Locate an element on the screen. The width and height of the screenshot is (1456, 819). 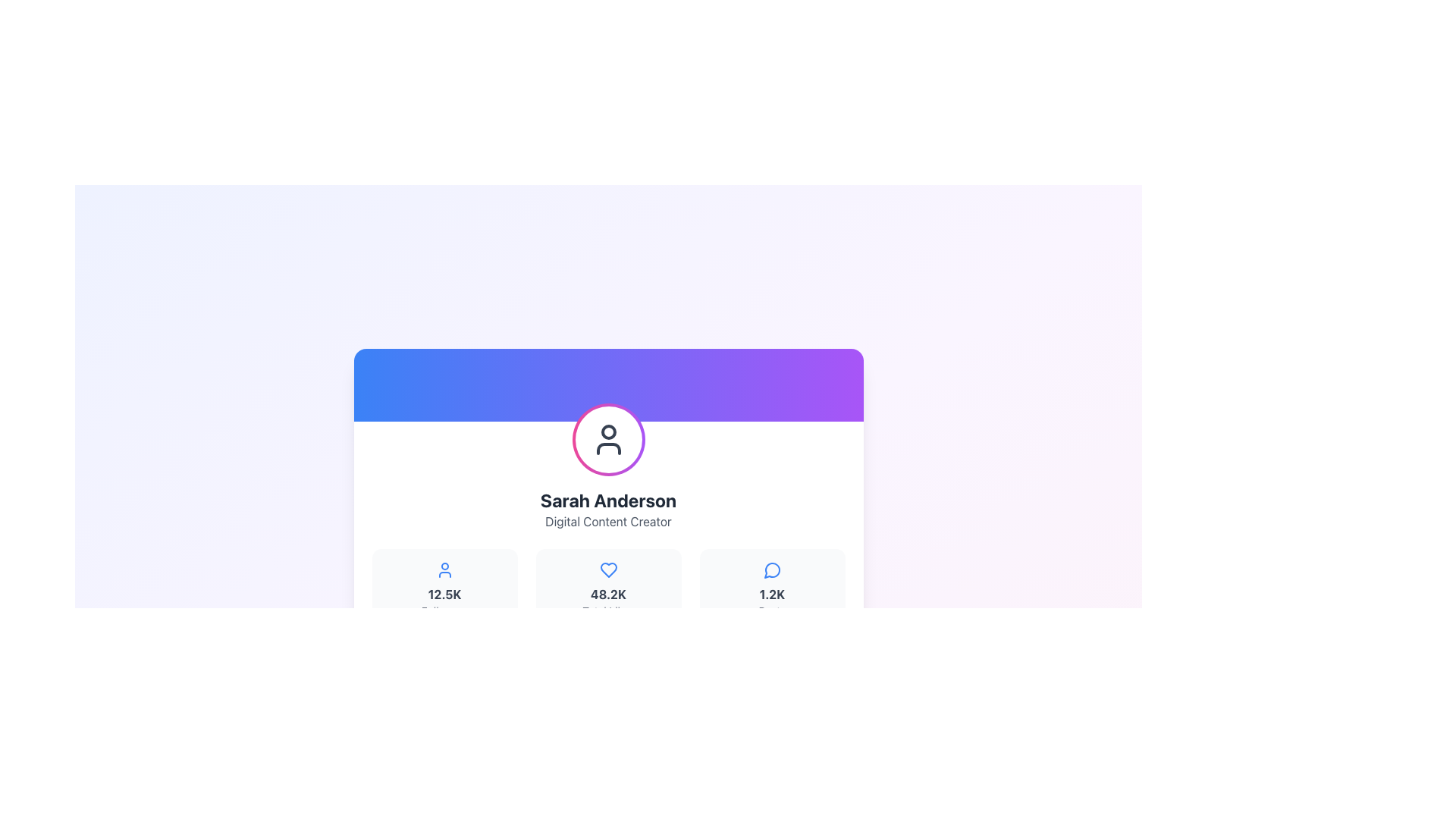
the engagement count icon located in the middle of three similar blocks, positioned above the text '48.2K Posts' is located at coordinates (608, 570).